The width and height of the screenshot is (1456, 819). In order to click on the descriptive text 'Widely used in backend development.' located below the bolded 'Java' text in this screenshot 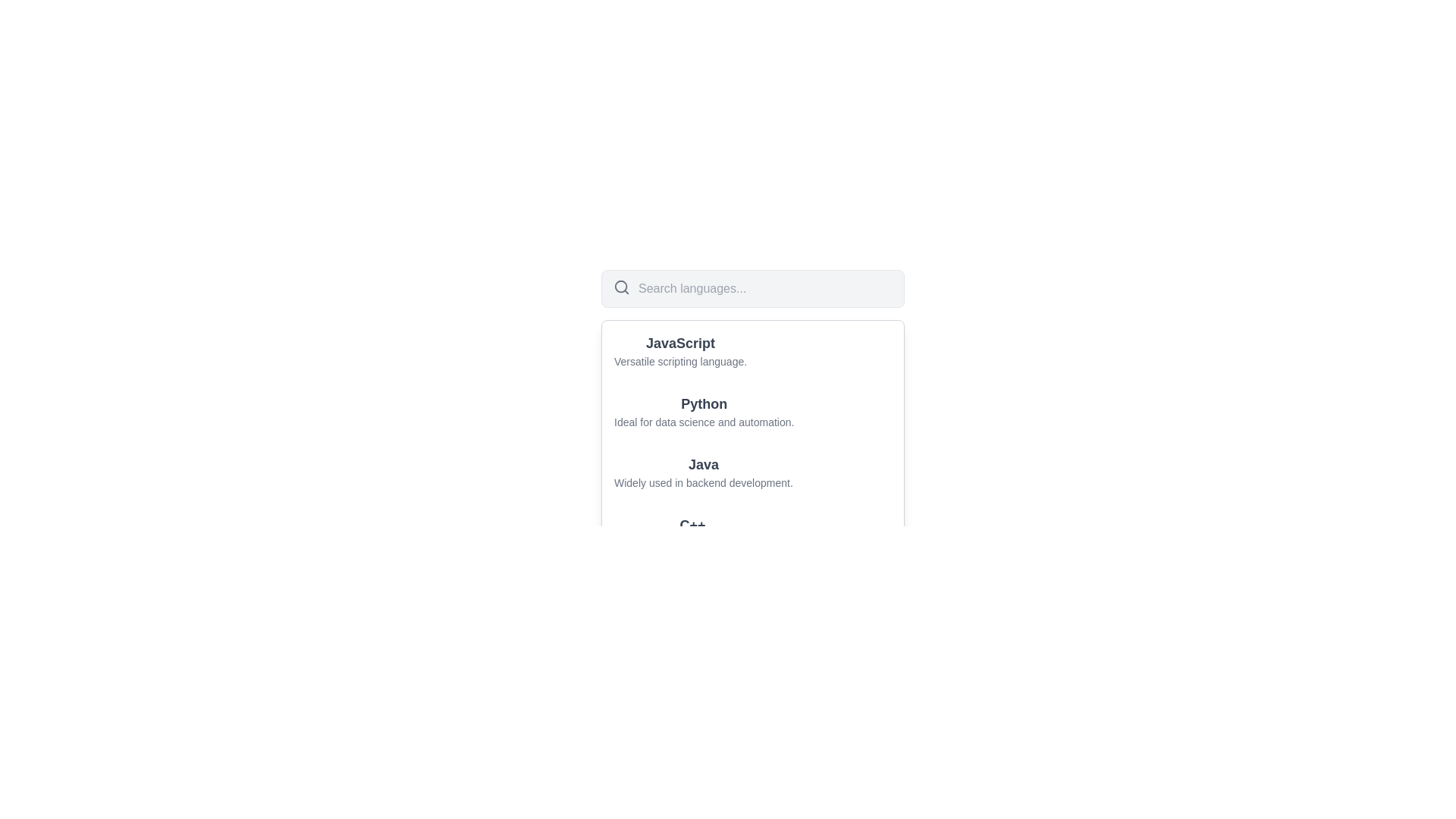, I will do `click(702, 482)`.